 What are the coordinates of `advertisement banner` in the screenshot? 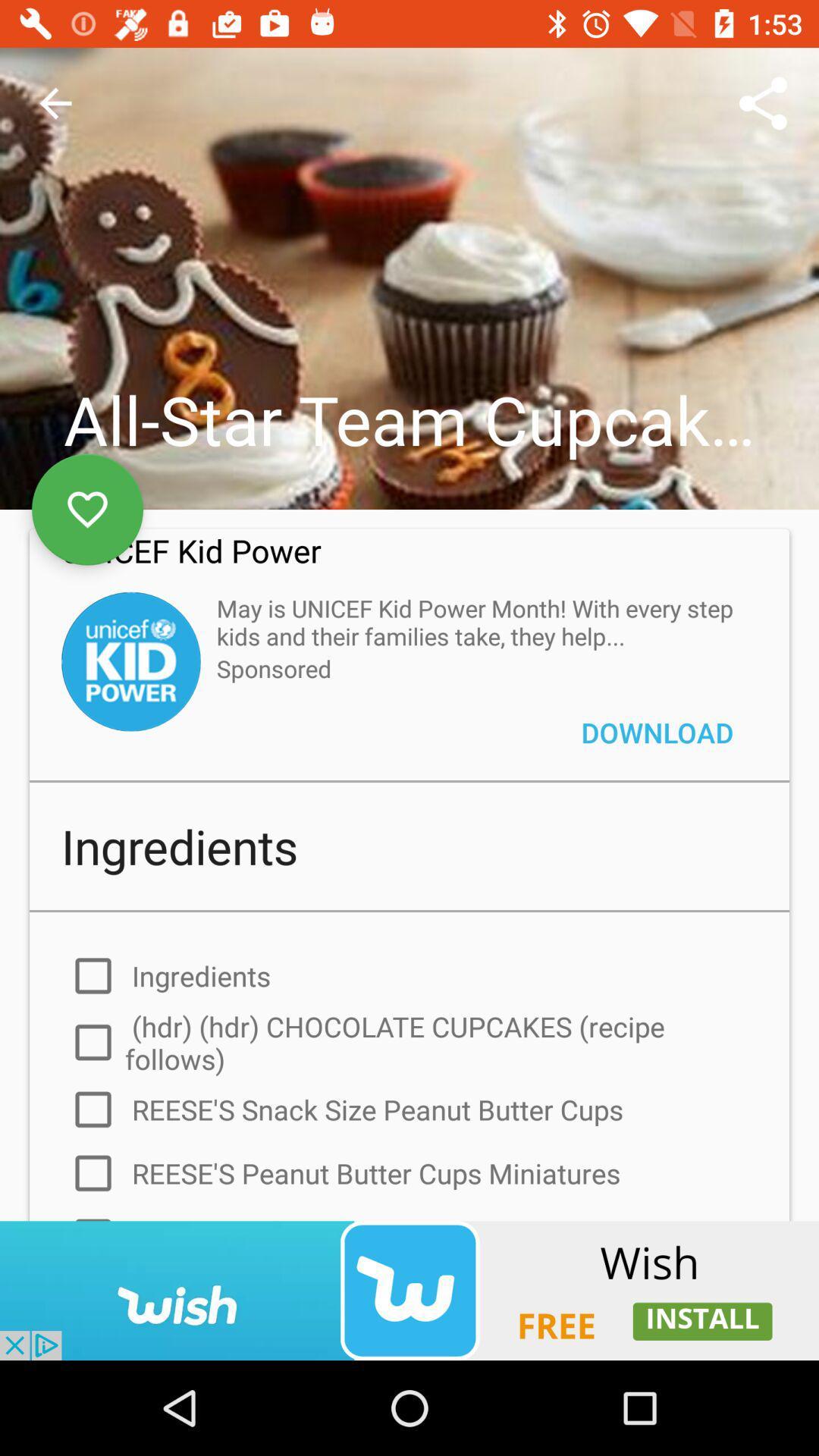 It's located at (409, 1290).